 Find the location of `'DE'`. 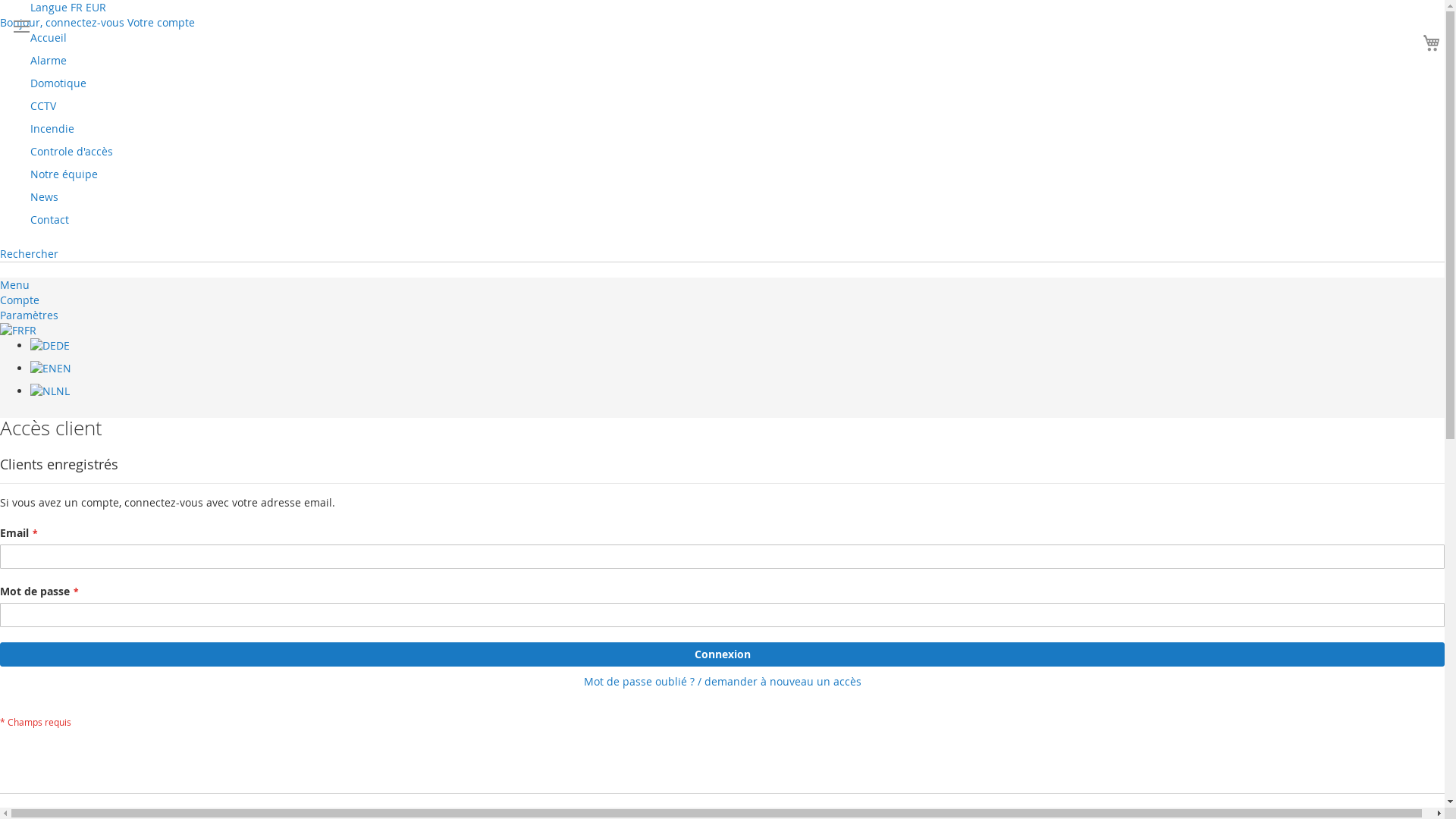

'DE' is located at coordinates (50, 345).